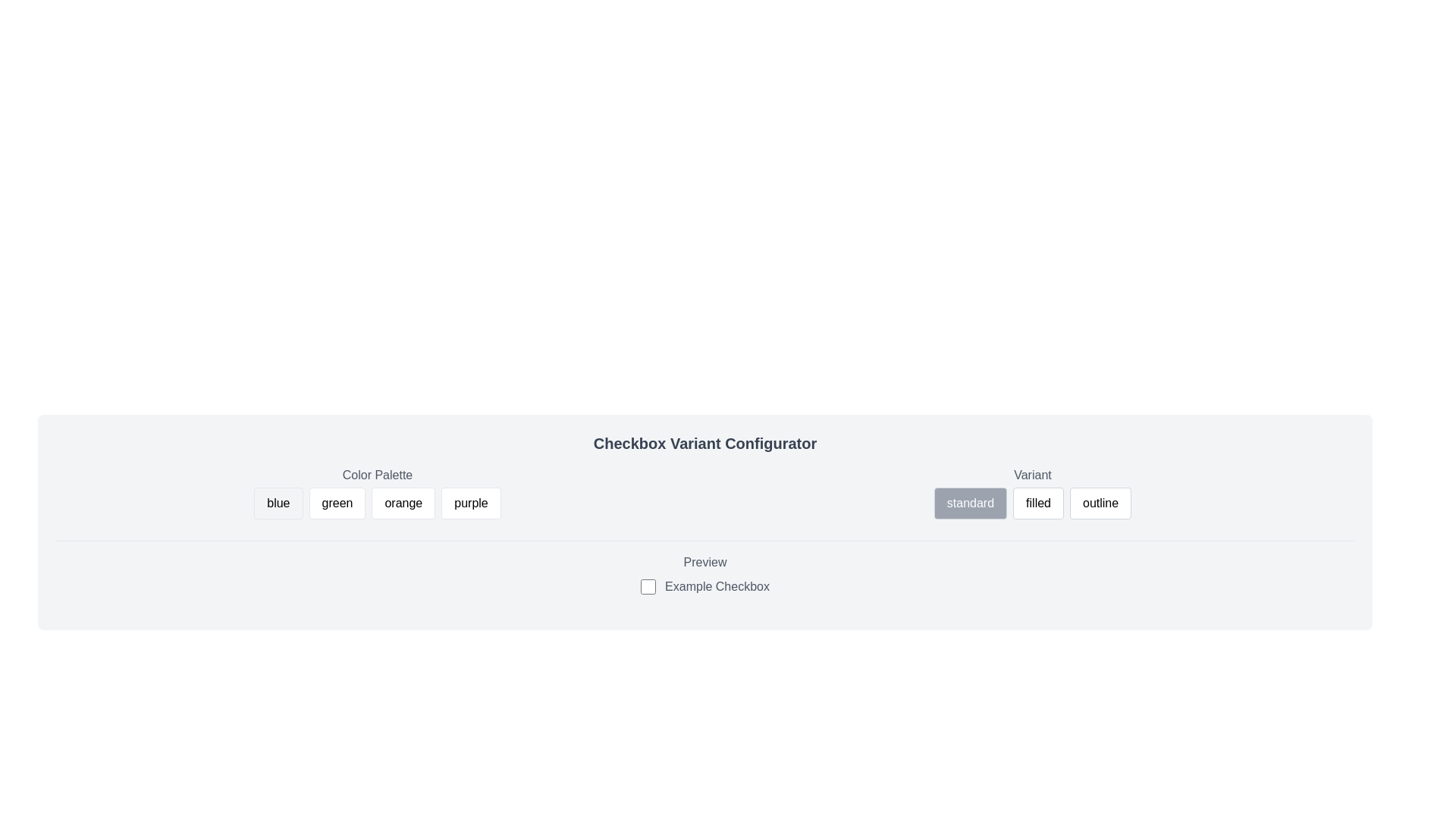 The height and width of the screenshot is (819, 1456). Describe the element at coordinates (716, 586) in the screenshot. I see `the text label 'Example Checkbox' which is styled in gray font and positioned next to a checkbox to its left` at that location.